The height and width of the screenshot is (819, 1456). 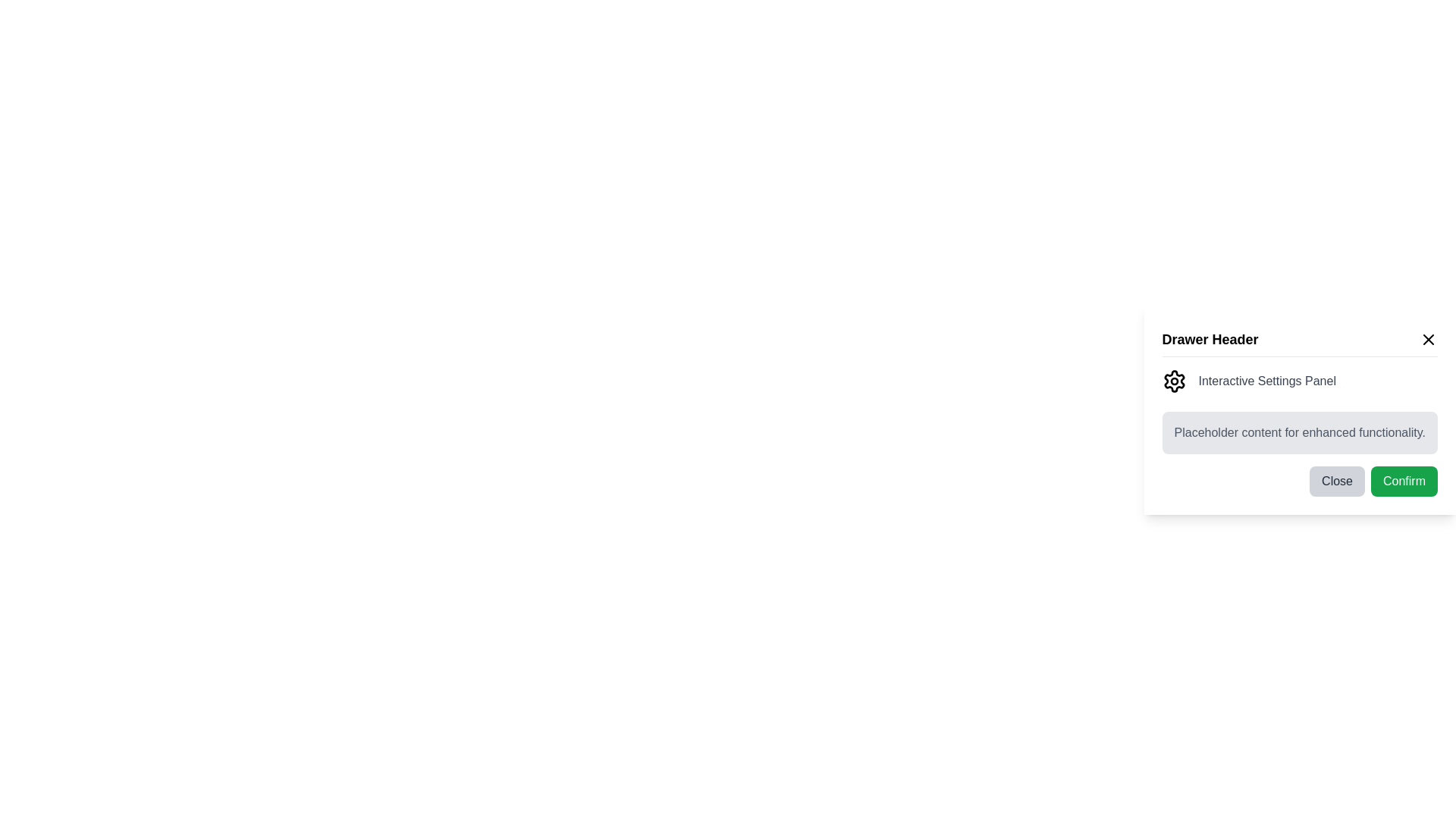 What do you see at coordinates (1404, 481) in the screenshot?
I see `the confirmation button located in the bottom-right corner of the dialog box under 'Drawer Header' to finalize an operation` at bounding box center [1404, 481].